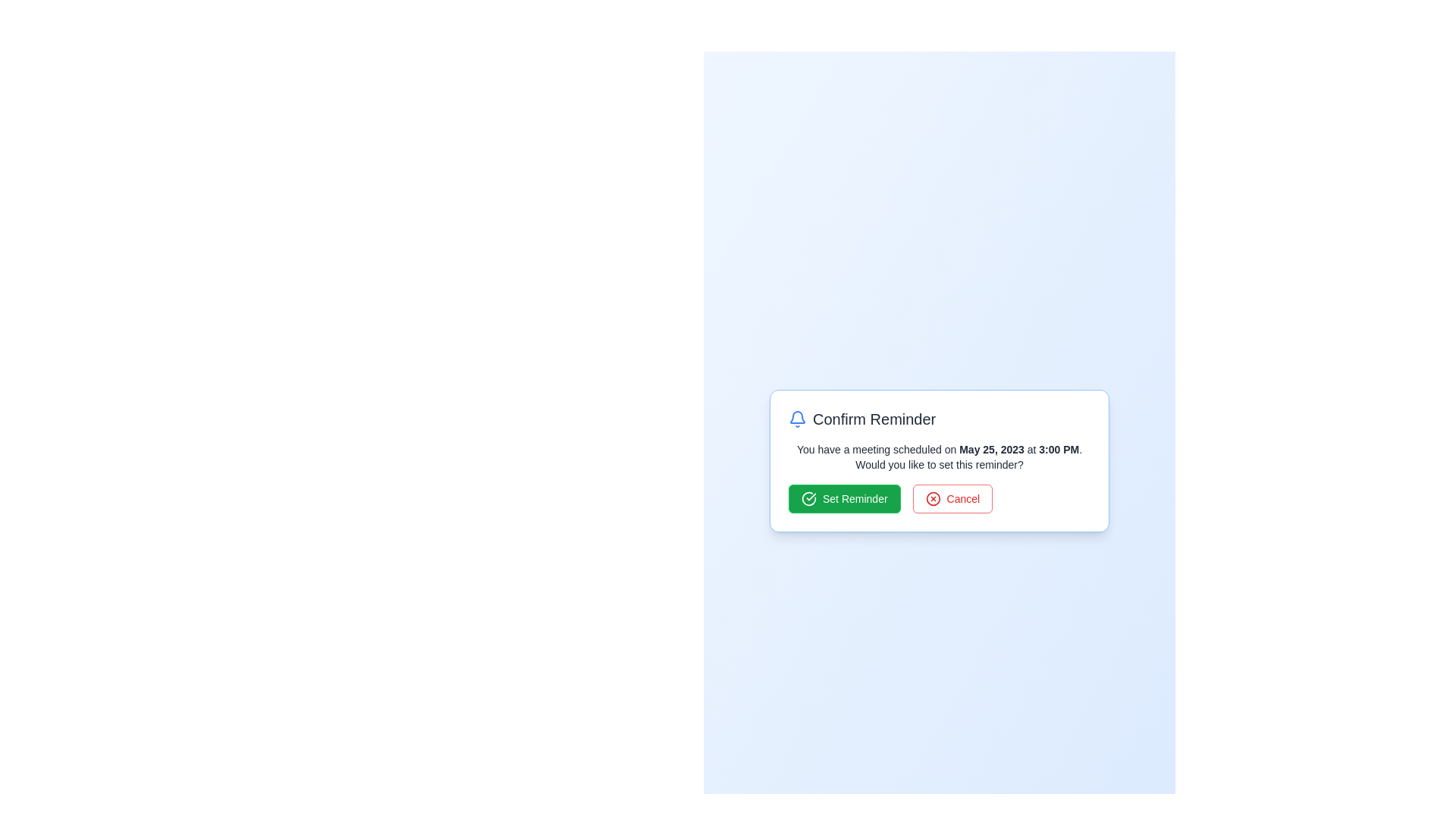 This screenshot has height=819, width=1456. Describe the element at coordinates (962, 499) in the screenshot. I see `the 'Cancel' button, which is styled with a bold red font and a red border, located in the bottom-right section of the dialog box` at that location.